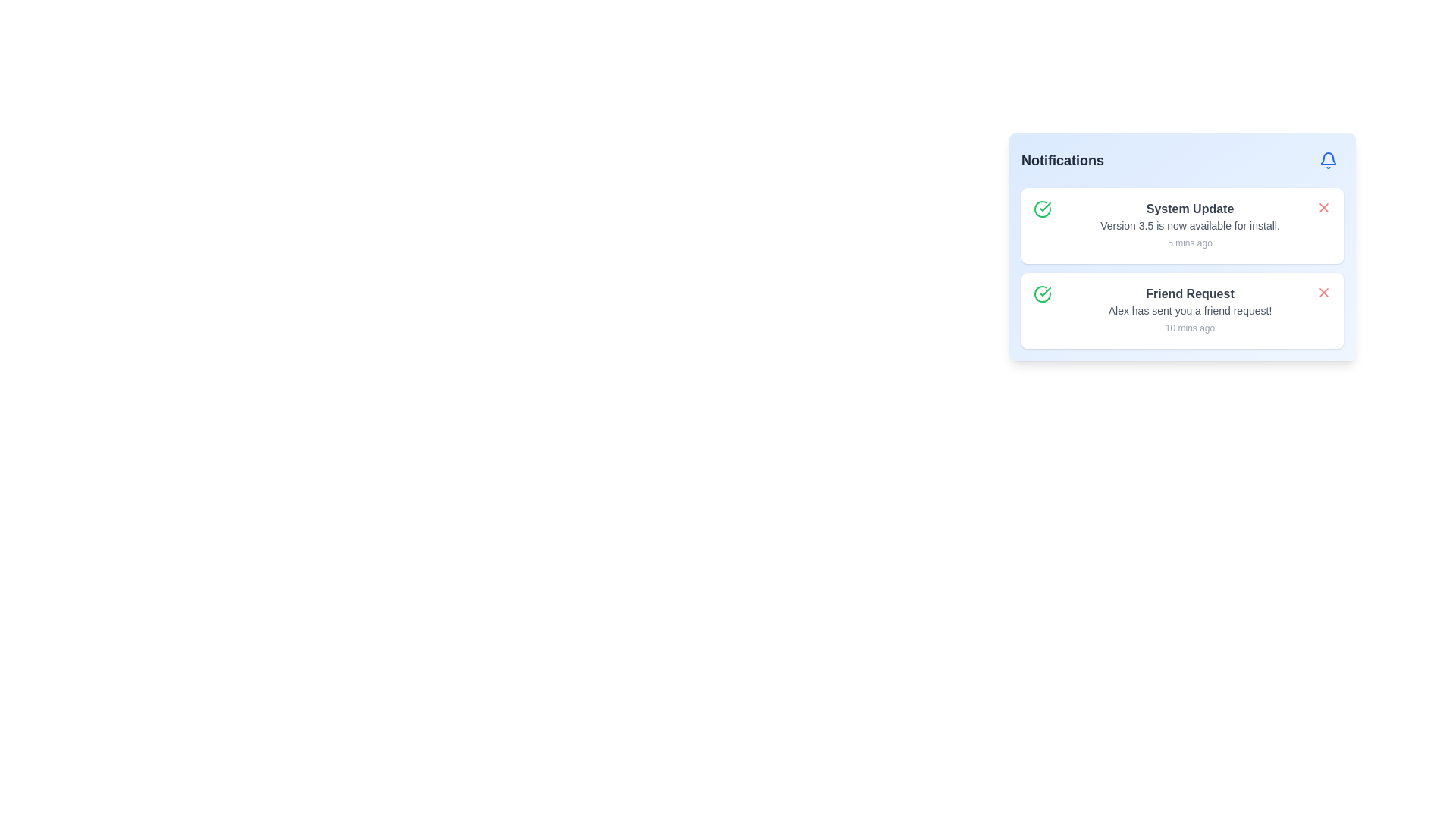  I want to click on the static text label displaying '10 mins ago', which is located below the 'Friend Request' text in the notification card, so click(1189, 327).